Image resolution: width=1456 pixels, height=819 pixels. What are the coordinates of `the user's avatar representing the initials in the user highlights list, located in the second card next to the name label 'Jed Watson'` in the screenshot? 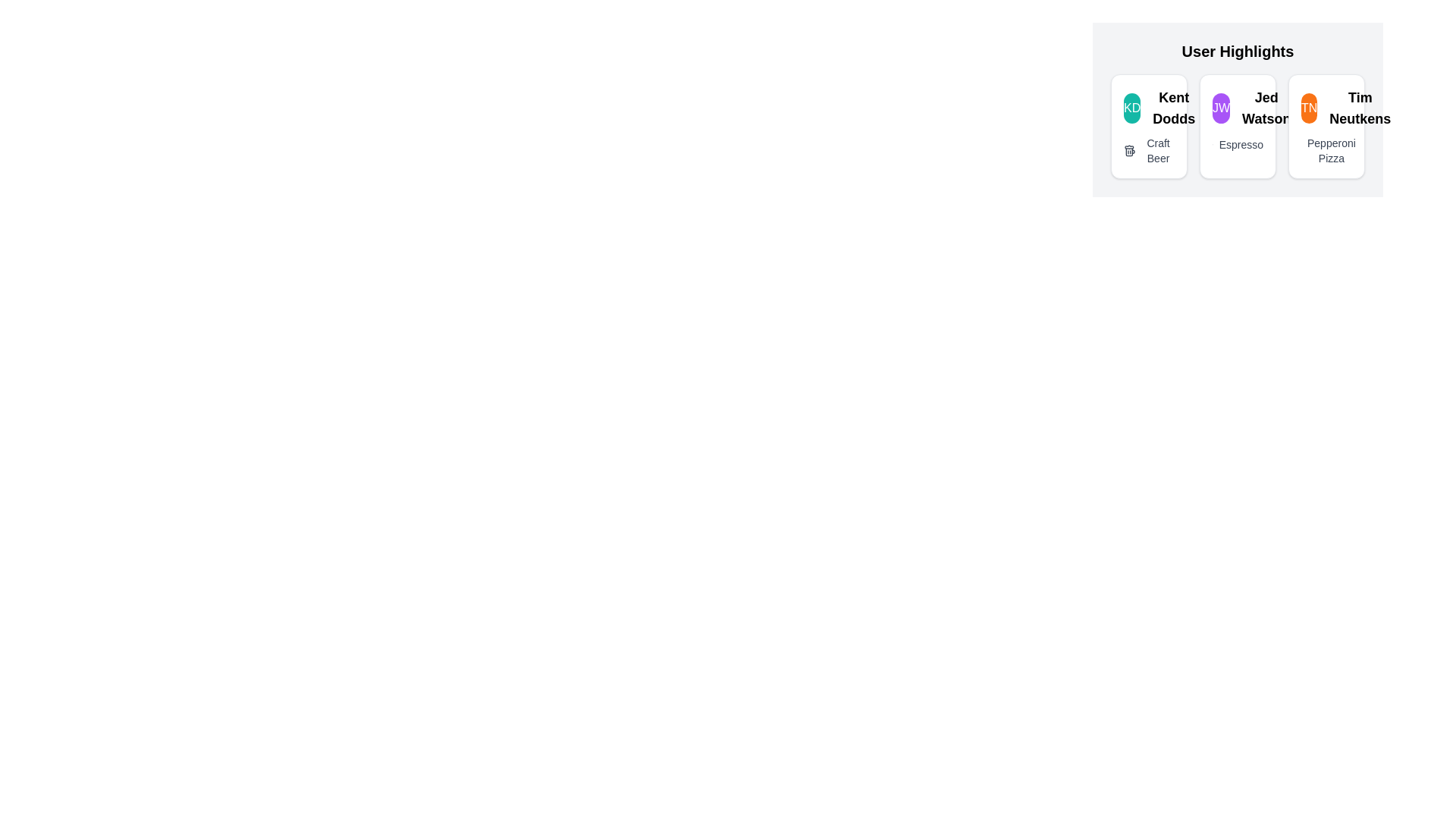 It's located at (1221, 107).